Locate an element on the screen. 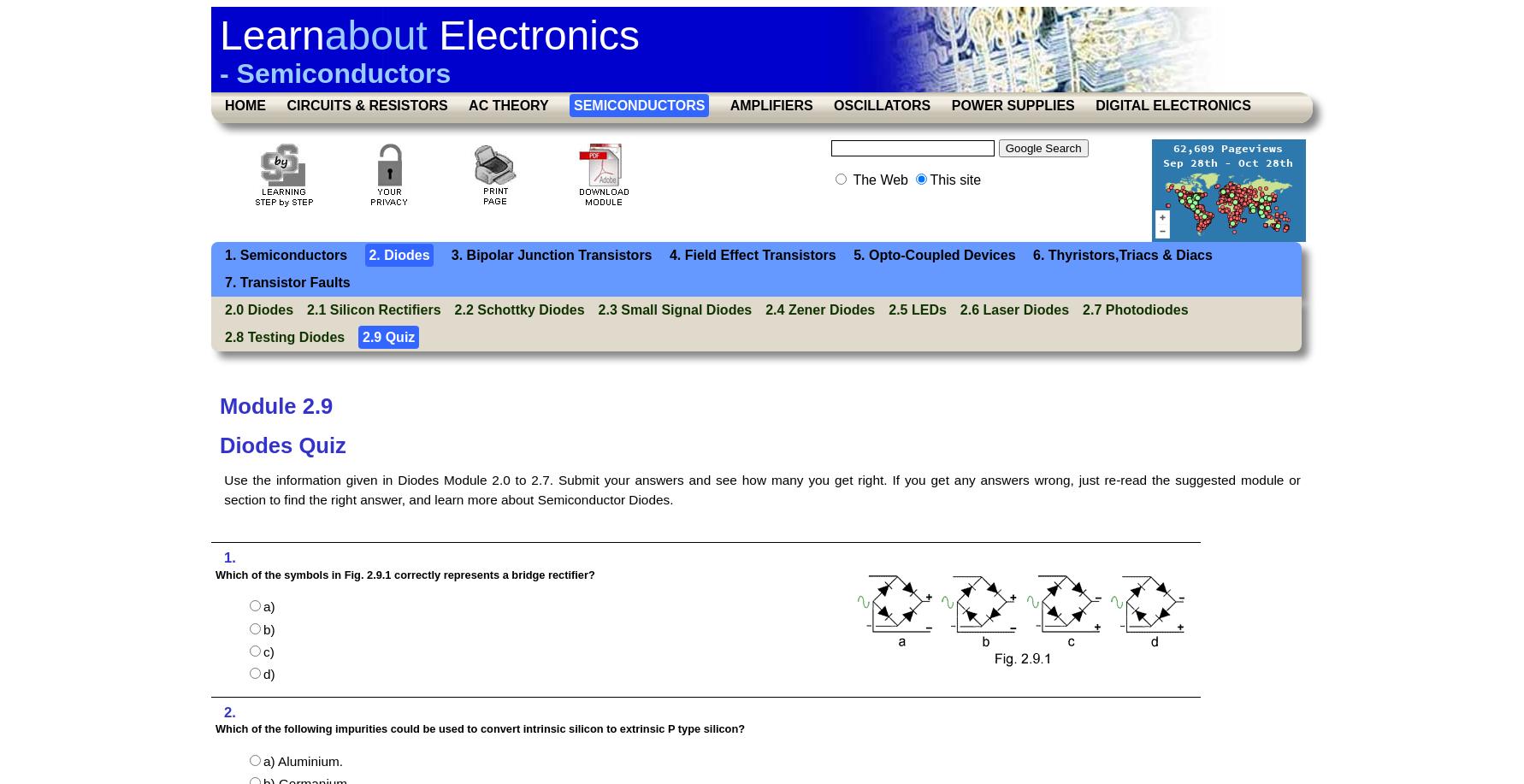 Image resolution: width=1524 pixels, height=784 pixels. 'Learn' is located at coordinates (271, 35).